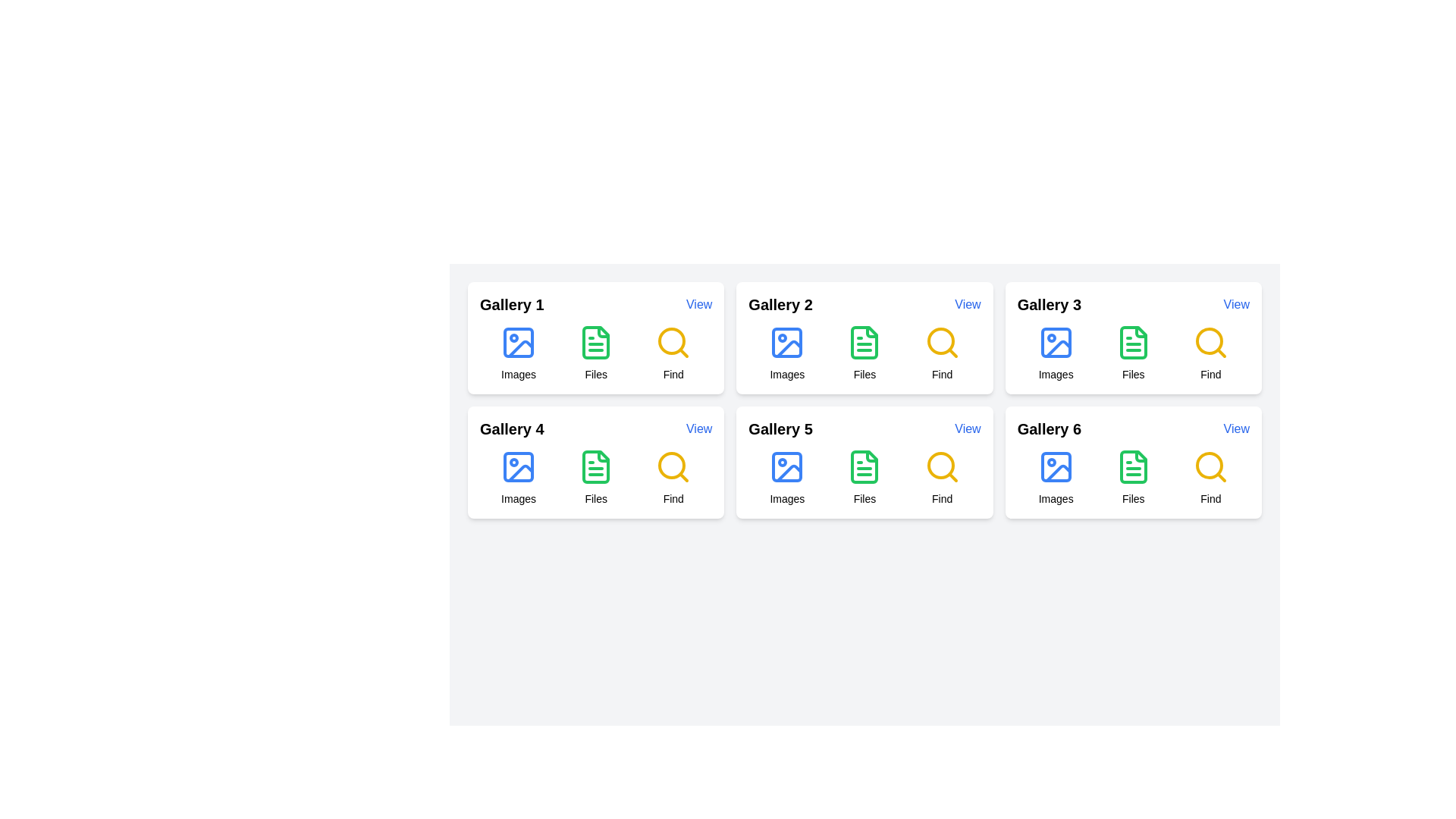  Describe the element at coordinates (1055, 466) in the screenshot. I see `the 'Images' icon located in the bottom-right card titled 'Gallery 6'` at that location.